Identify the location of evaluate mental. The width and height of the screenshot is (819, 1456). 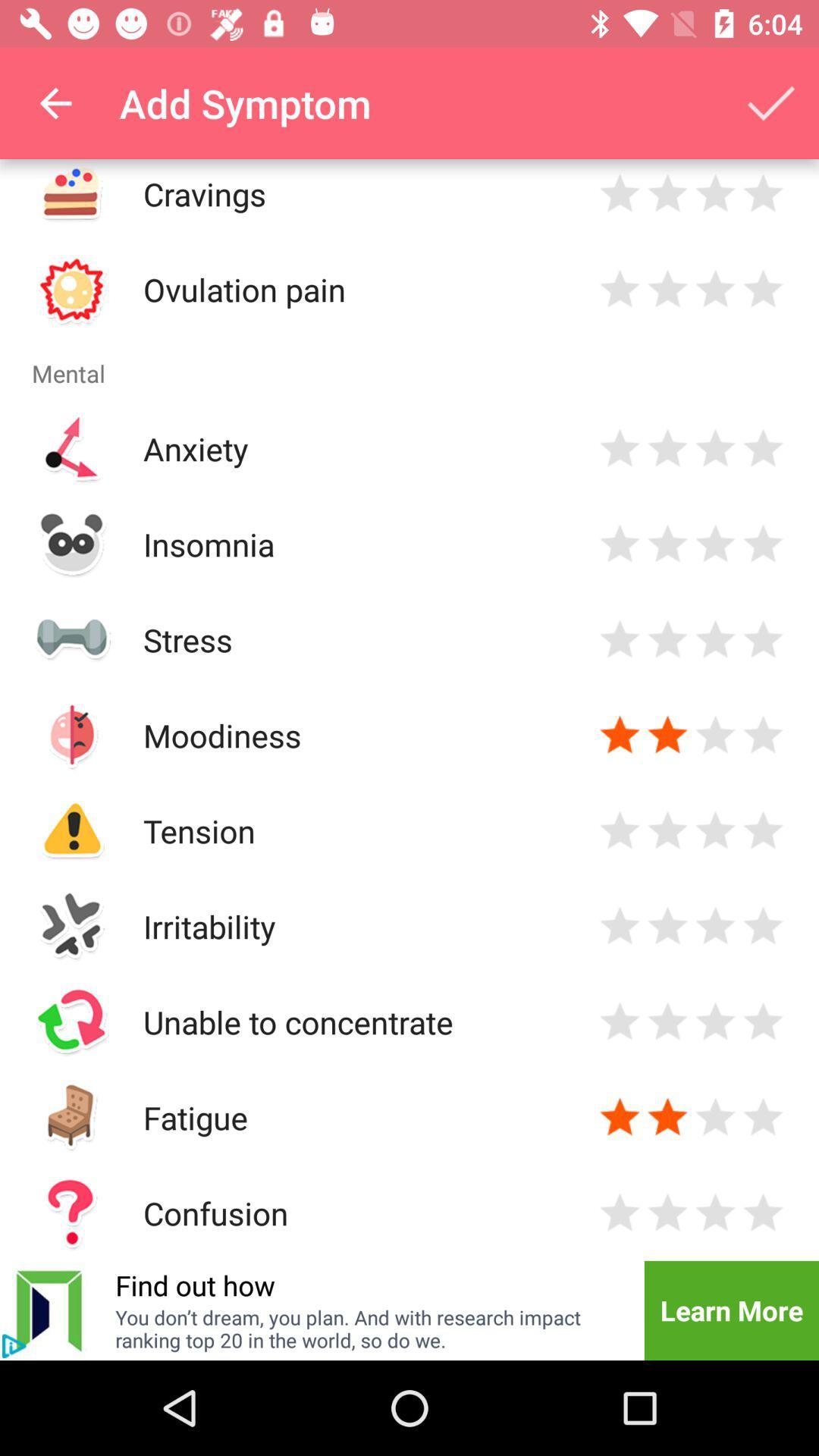
(667, 830).